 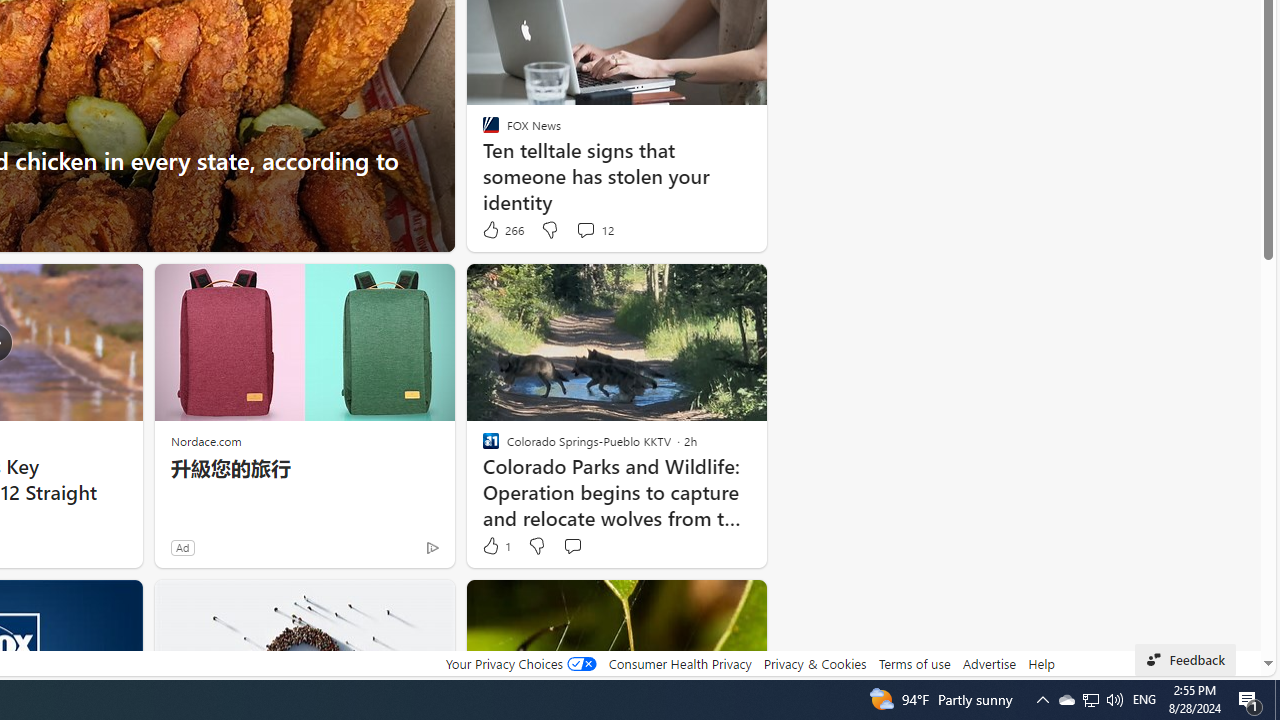 What do you see at coordinates (182, 547) in the screenshot?
I see `'Ad'` at bounding box center [182, 547].